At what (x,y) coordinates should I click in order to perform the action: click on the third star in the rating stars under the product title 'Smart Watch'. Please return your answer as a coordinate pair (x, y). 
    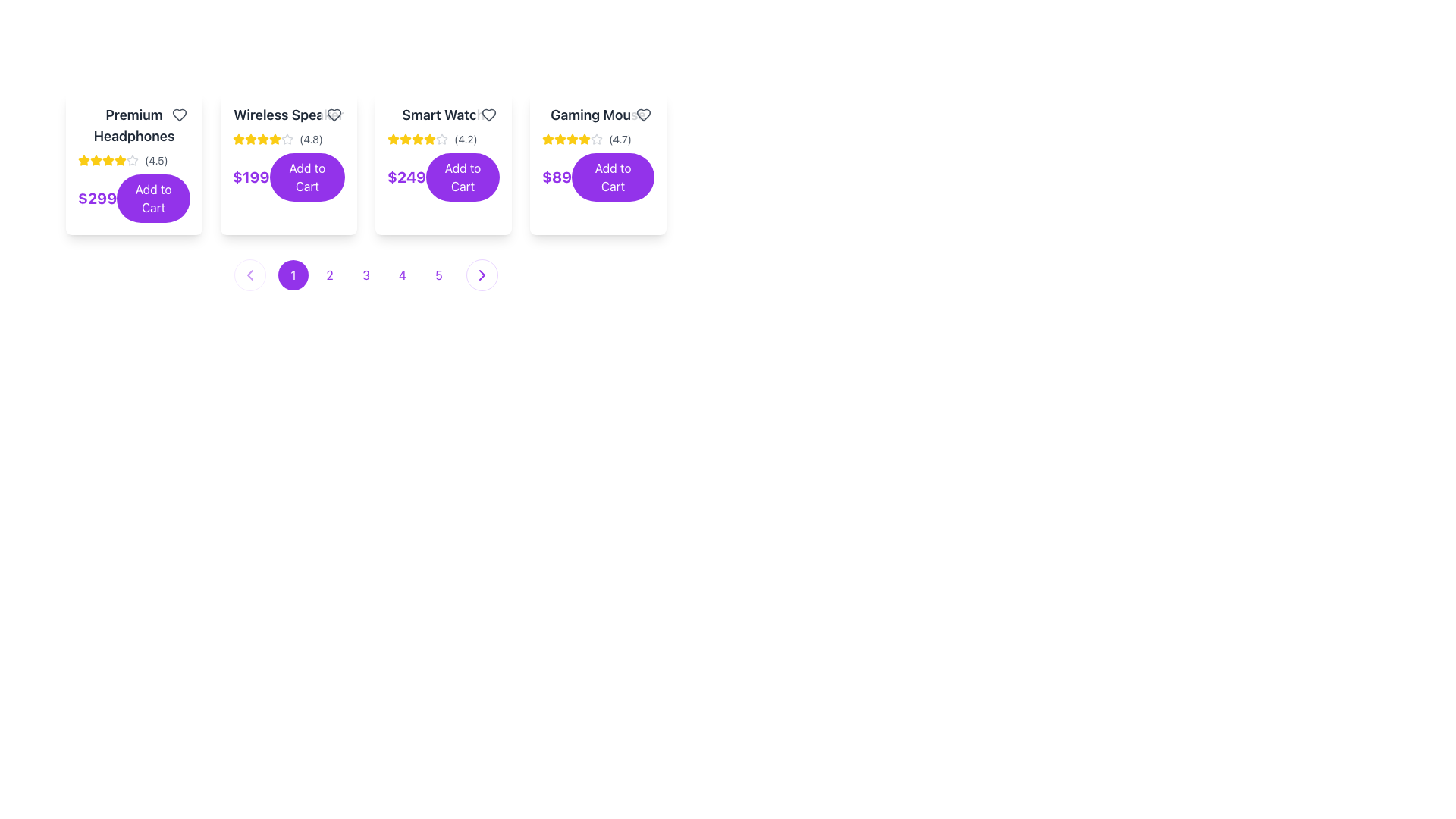
    Looking at the image, I should click on (418, 139).